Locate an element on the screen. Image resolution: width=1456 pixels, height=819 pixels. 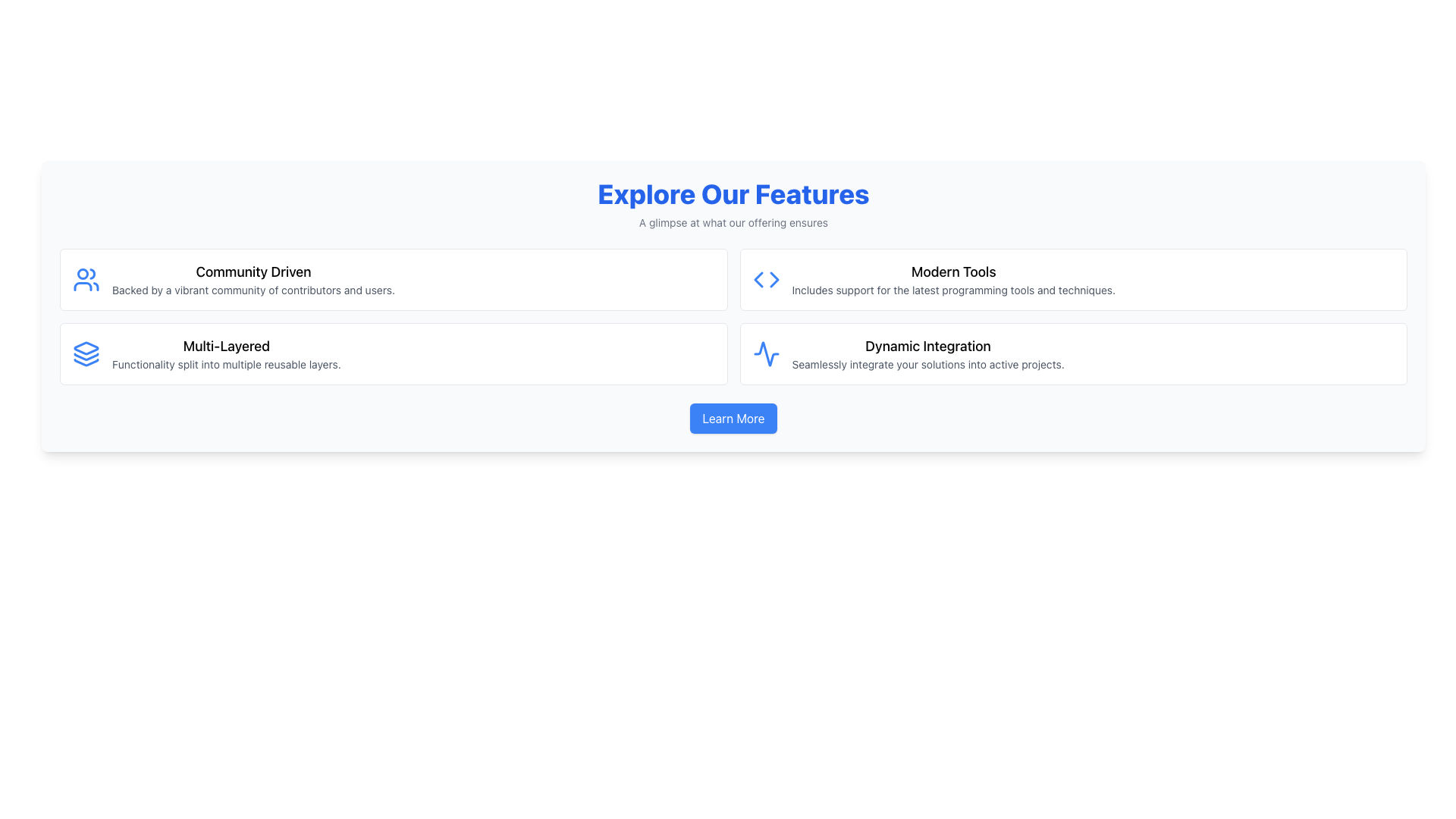
the blue wave pattern icon located to the left of the 'Dynamic Integration' text in the lower-right section of the grid layout is located at coordinates (766, 353).